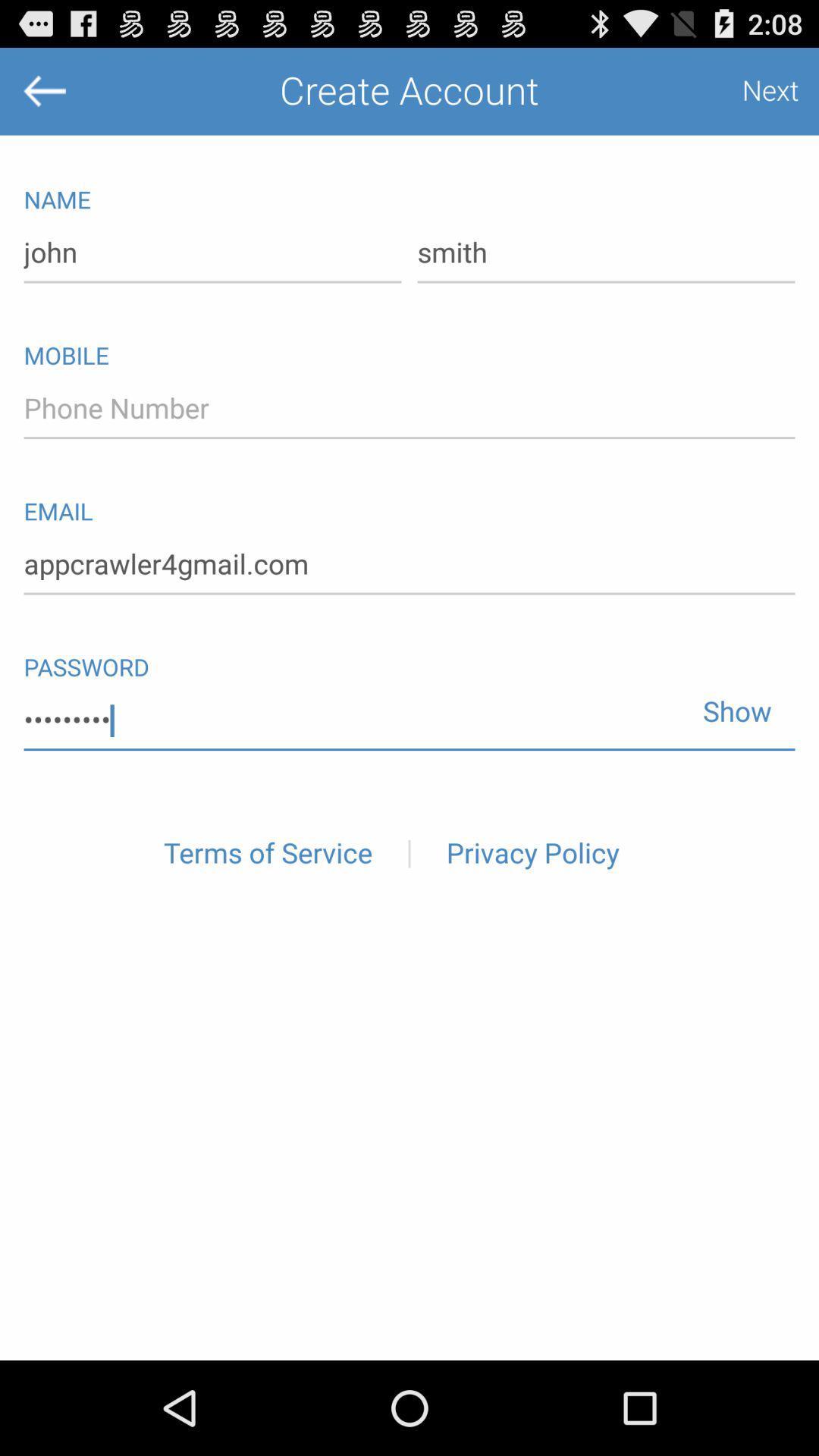 This screenshot has height=1456, width=819. Describe the element at coordinates (267, 854) in the screenshot. I see `the item below the crowd3116 item` at that location.